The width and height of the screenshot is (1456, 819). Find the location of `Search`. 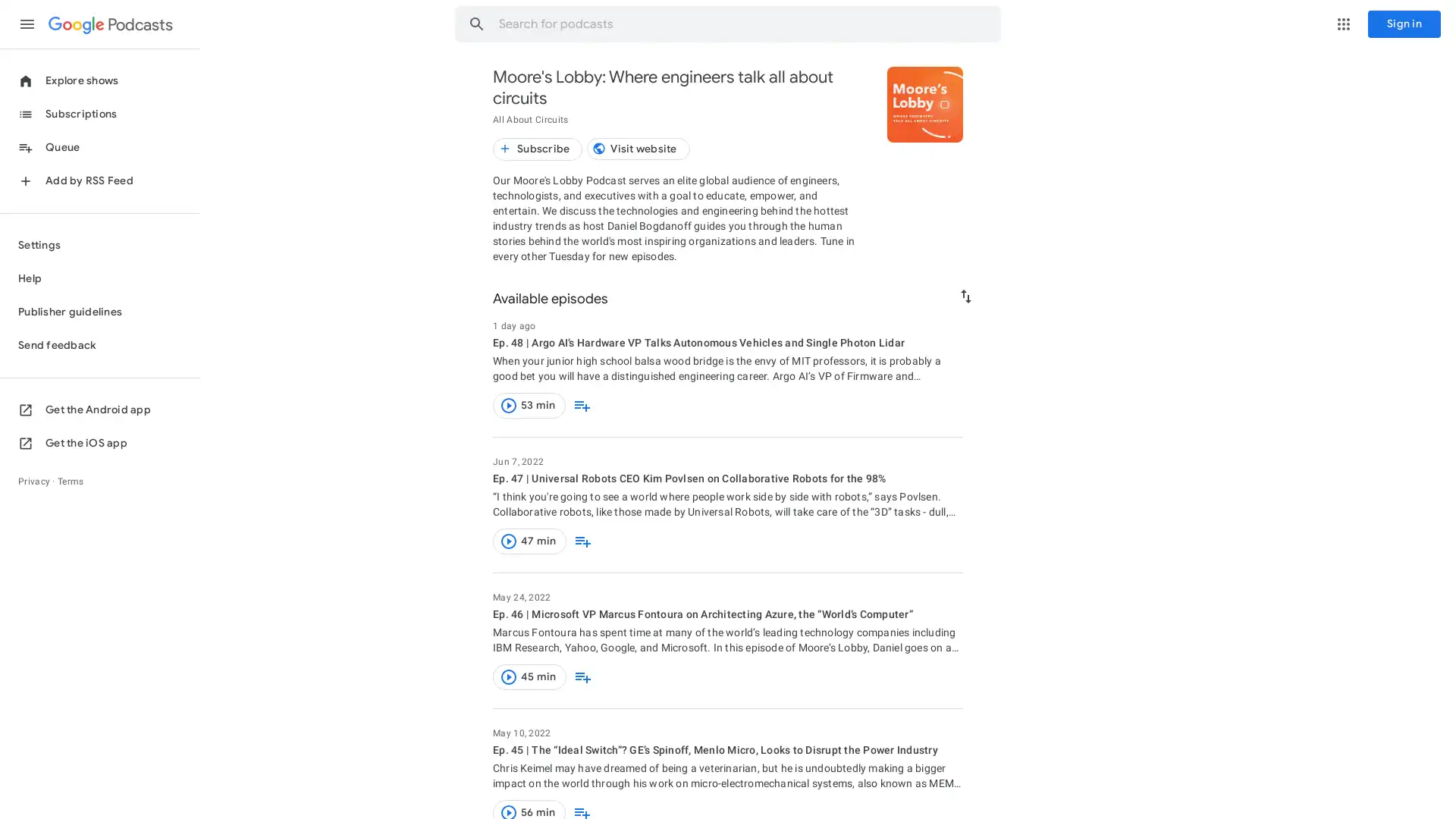

Search is located at coordinates (475, 24).